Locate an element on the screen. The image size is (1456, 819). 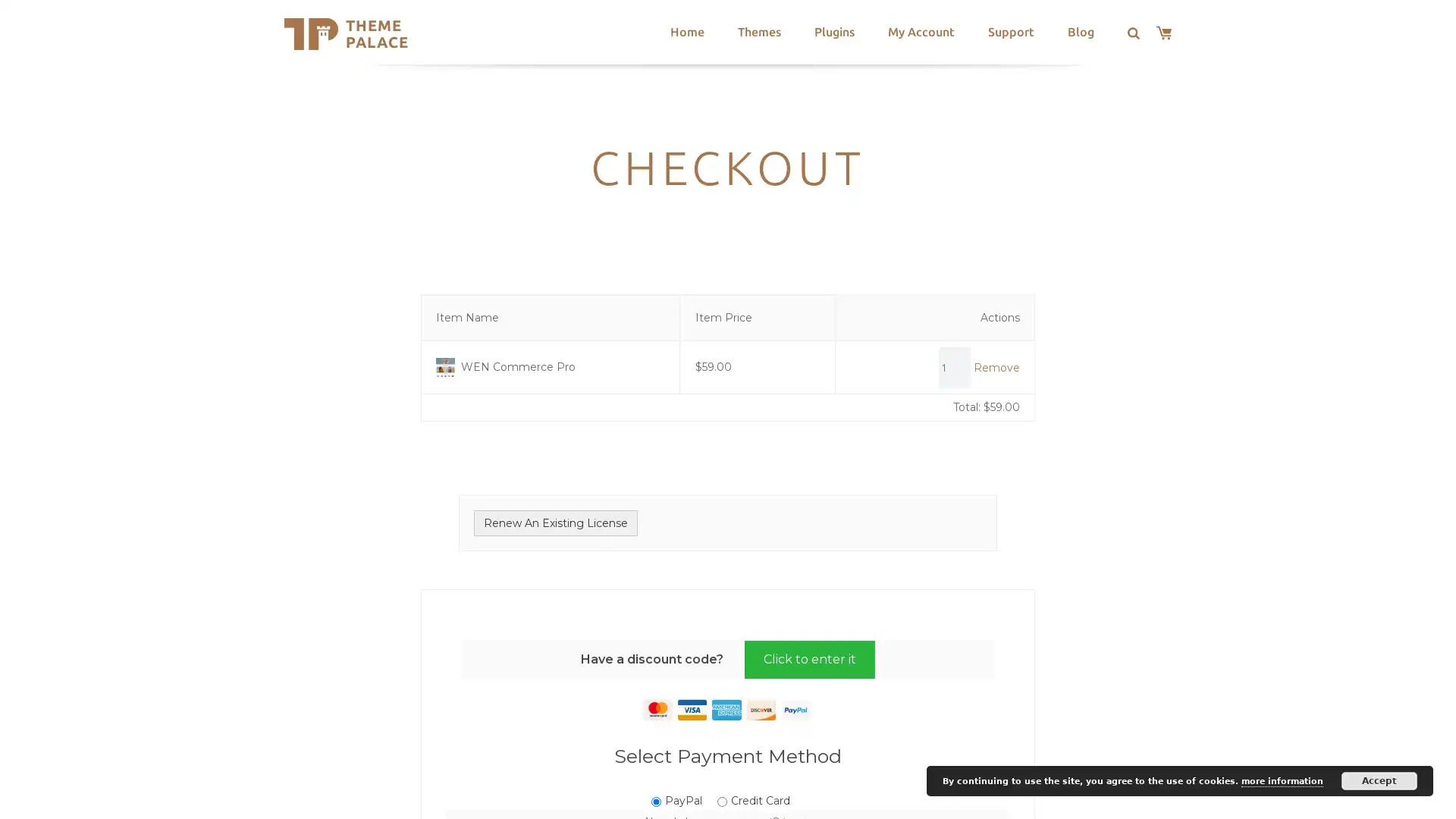
Renew An Existing License is located at coordinates (555, 522).